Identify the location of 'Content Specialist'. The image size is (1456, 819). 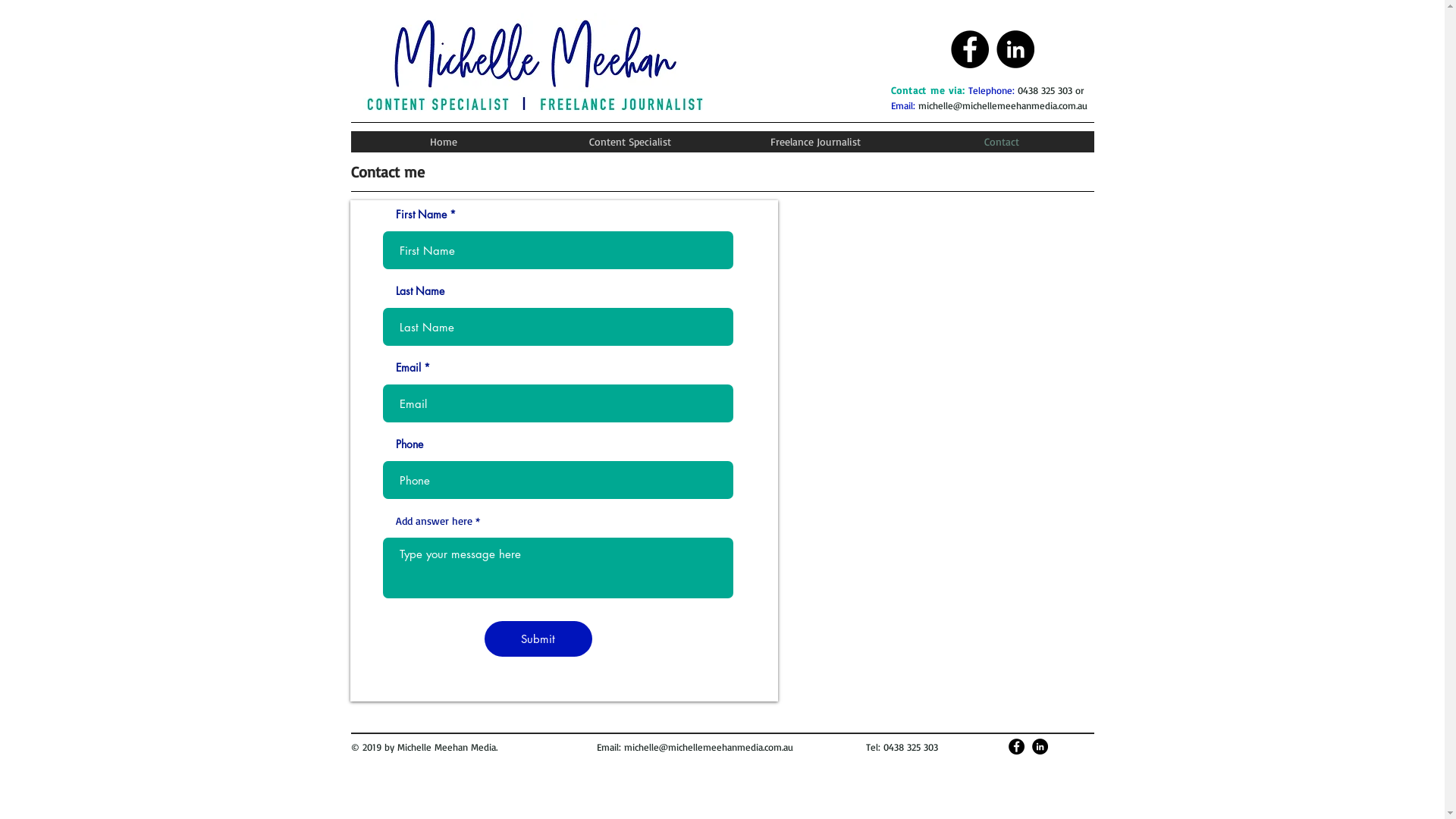
(629, 141).